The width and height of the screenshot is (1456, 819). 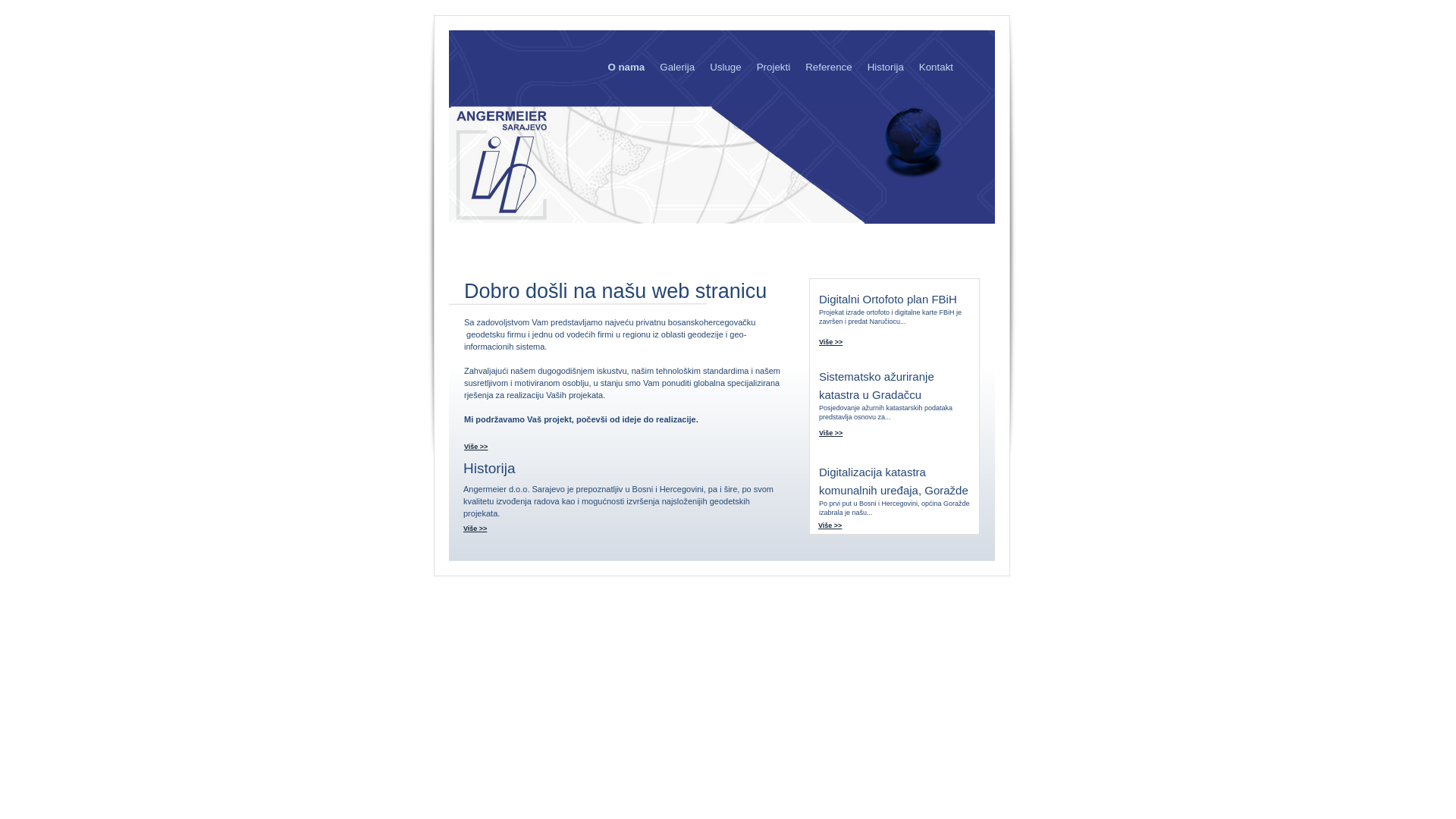 What do you see at coordinates (757, 66) in the screenshot?
I see `'Projekti'` at bounding box center [757, 66].